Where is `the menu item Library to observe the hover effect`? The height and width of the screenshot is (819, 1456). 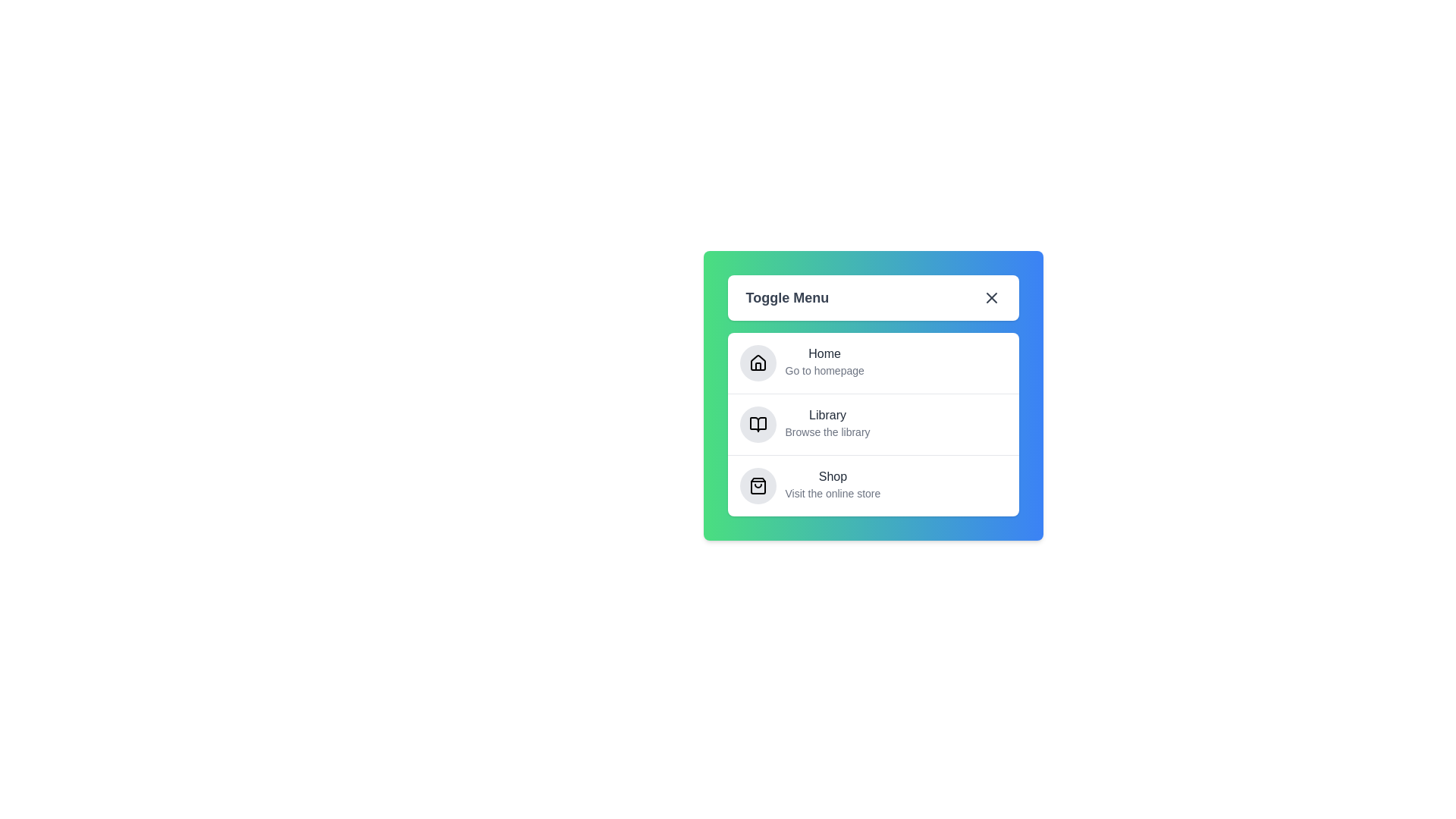 the menu item Library to observe the hover effect is located at coordinates (833, 417).